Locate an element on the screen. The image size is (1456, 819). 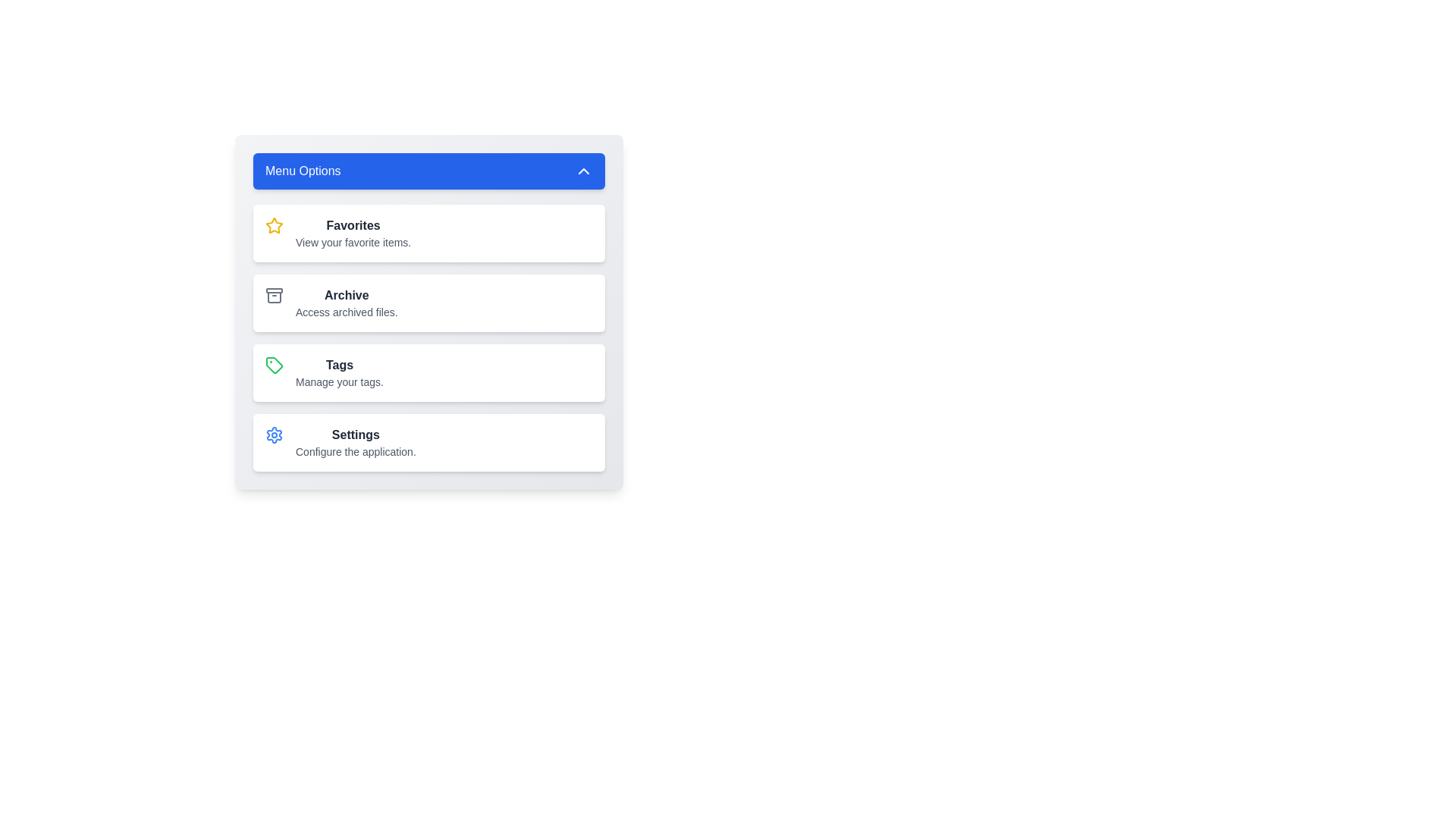
the icon button located in the top right corner of the 'Menu Options' header area is located at coordinates (582, 171).